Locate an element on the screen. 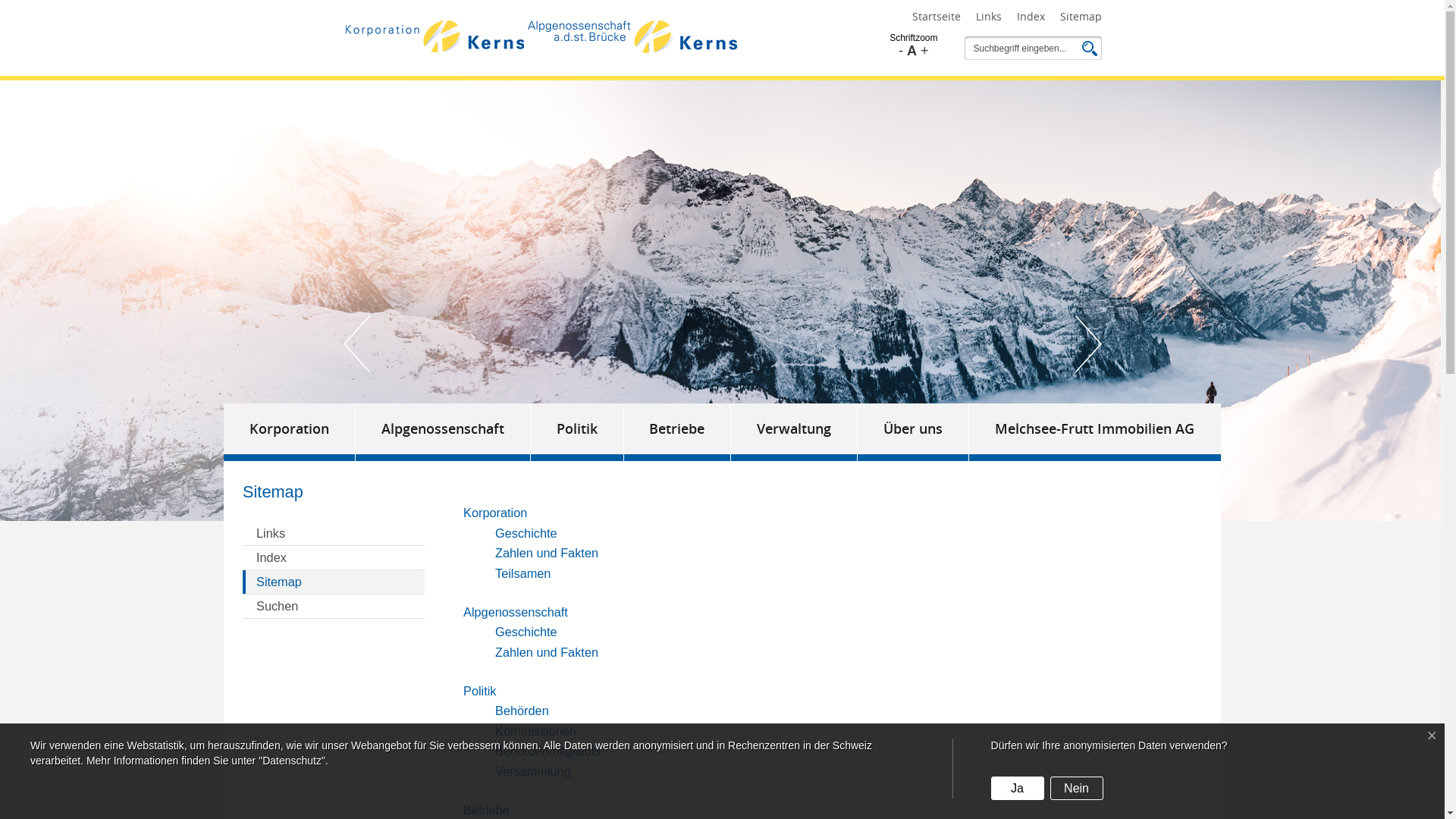  'Geschichte' is located at coordinates (526, 632).